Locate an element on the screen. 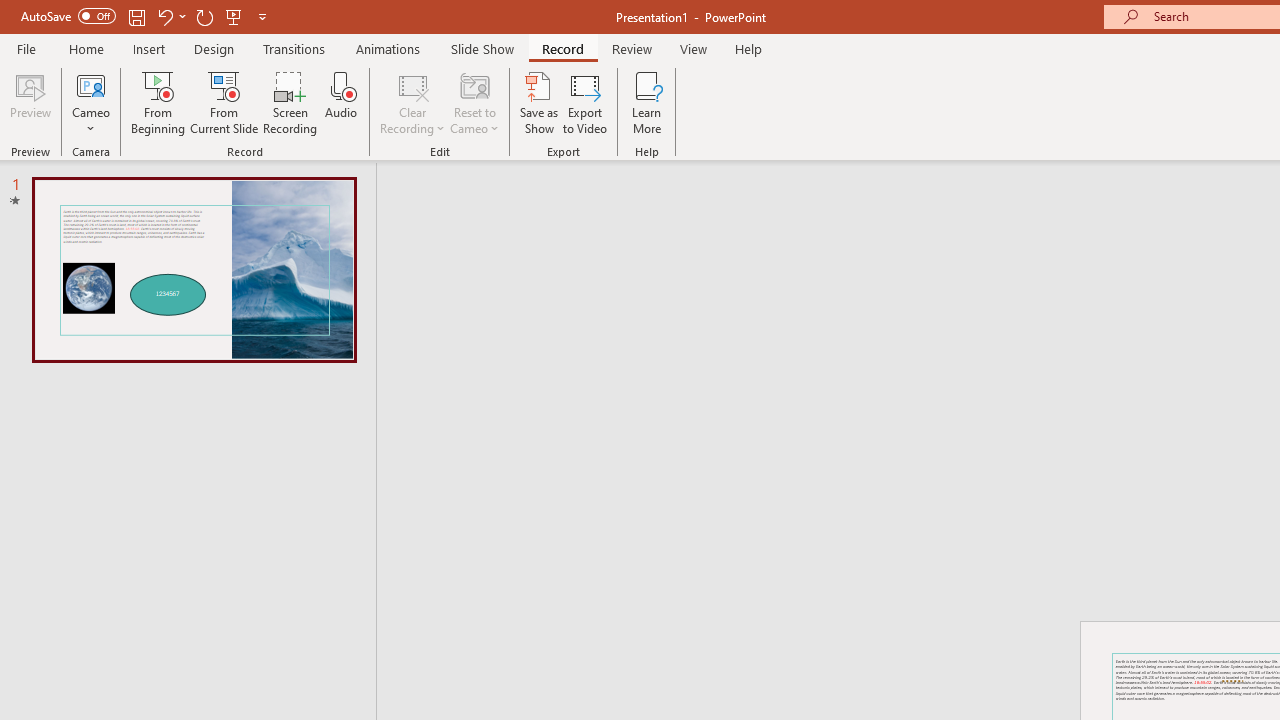 Image resolution: width=1280 pixels, height=720 pixels. 'From Beginning...' is located at coordinates (157, 103).